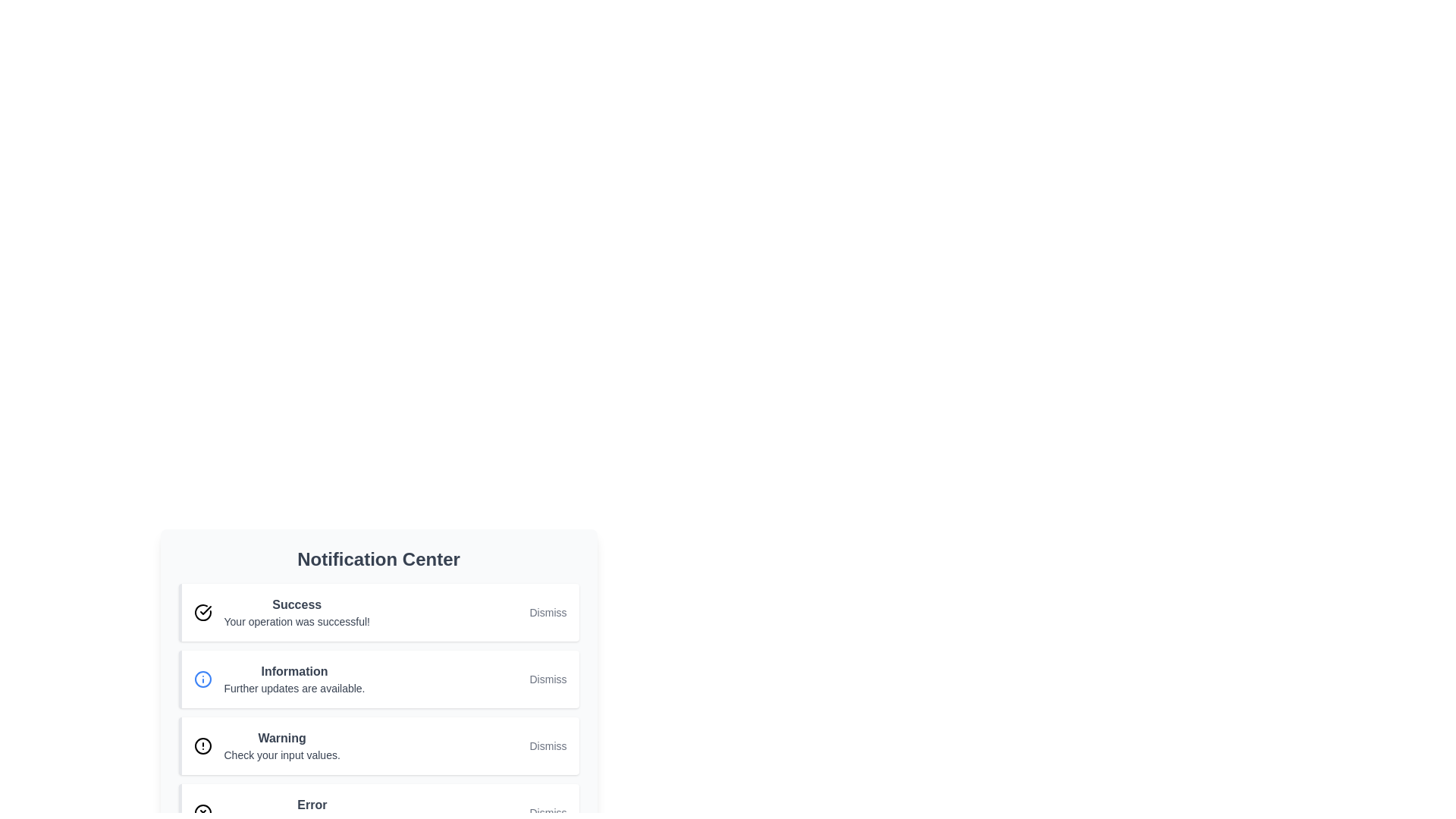 The width and height of the screenshot is (1456, 819). I want to click on bold text label 'Information' located in the notification card under the title 'Information', so click(294, 671).